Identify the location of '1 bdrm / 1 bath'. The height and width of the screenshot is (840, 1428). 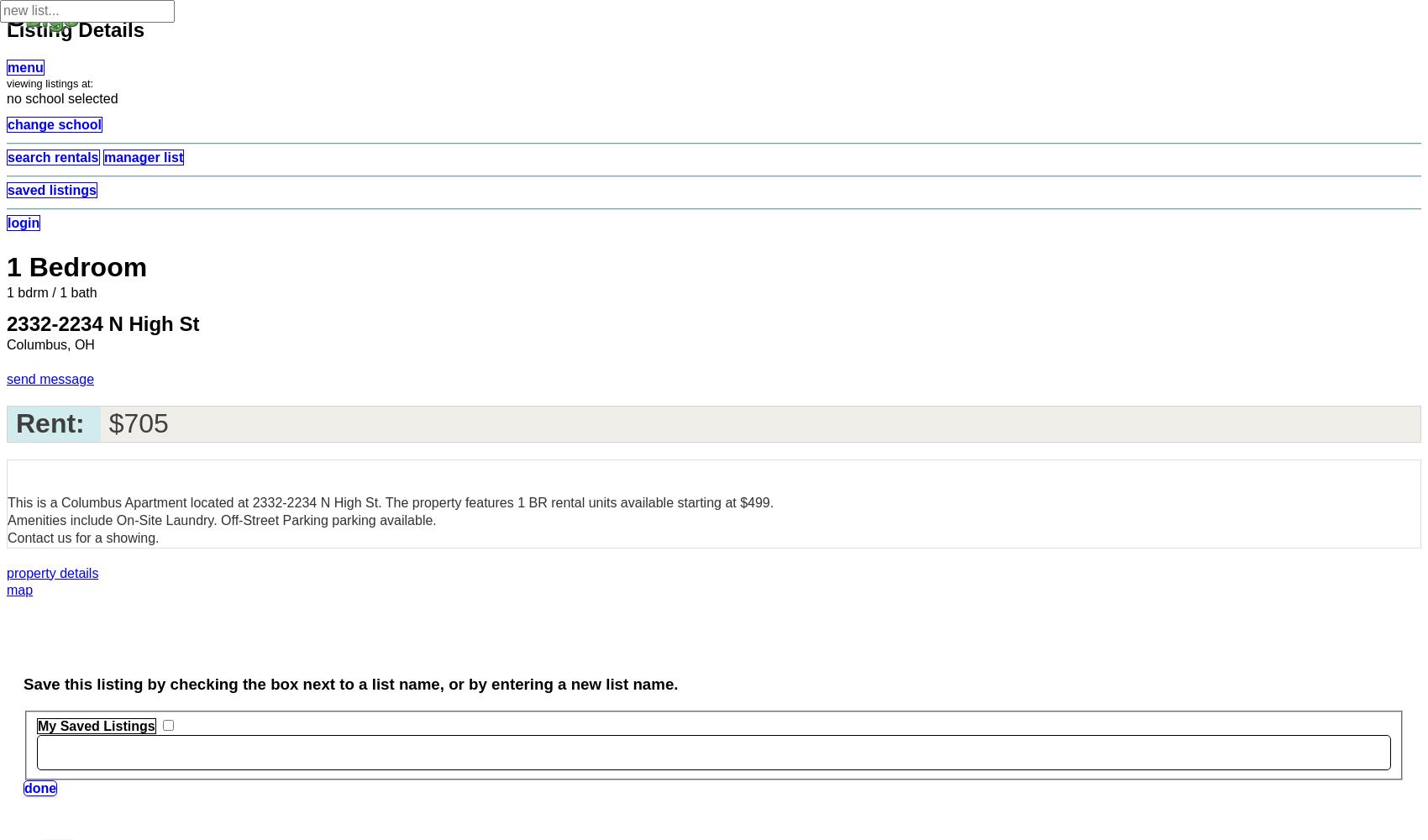
(51, 291).